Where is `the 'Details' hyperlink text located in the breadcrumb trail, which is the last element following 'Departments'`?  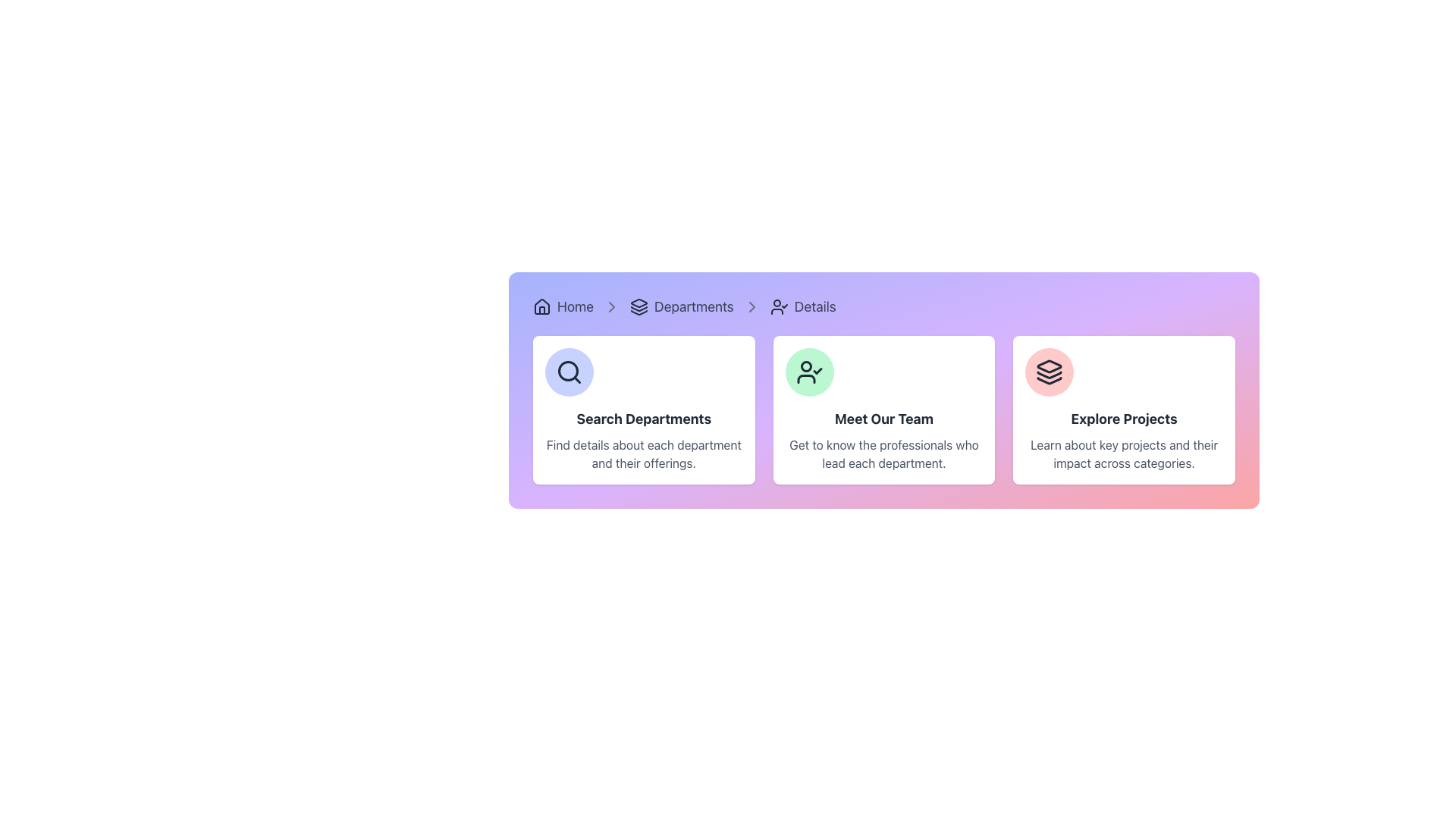
the 'Details' hyperlink text located in the breadcrumb trail, which is the last element following 'Departments' is located at coordinates (814, 307).